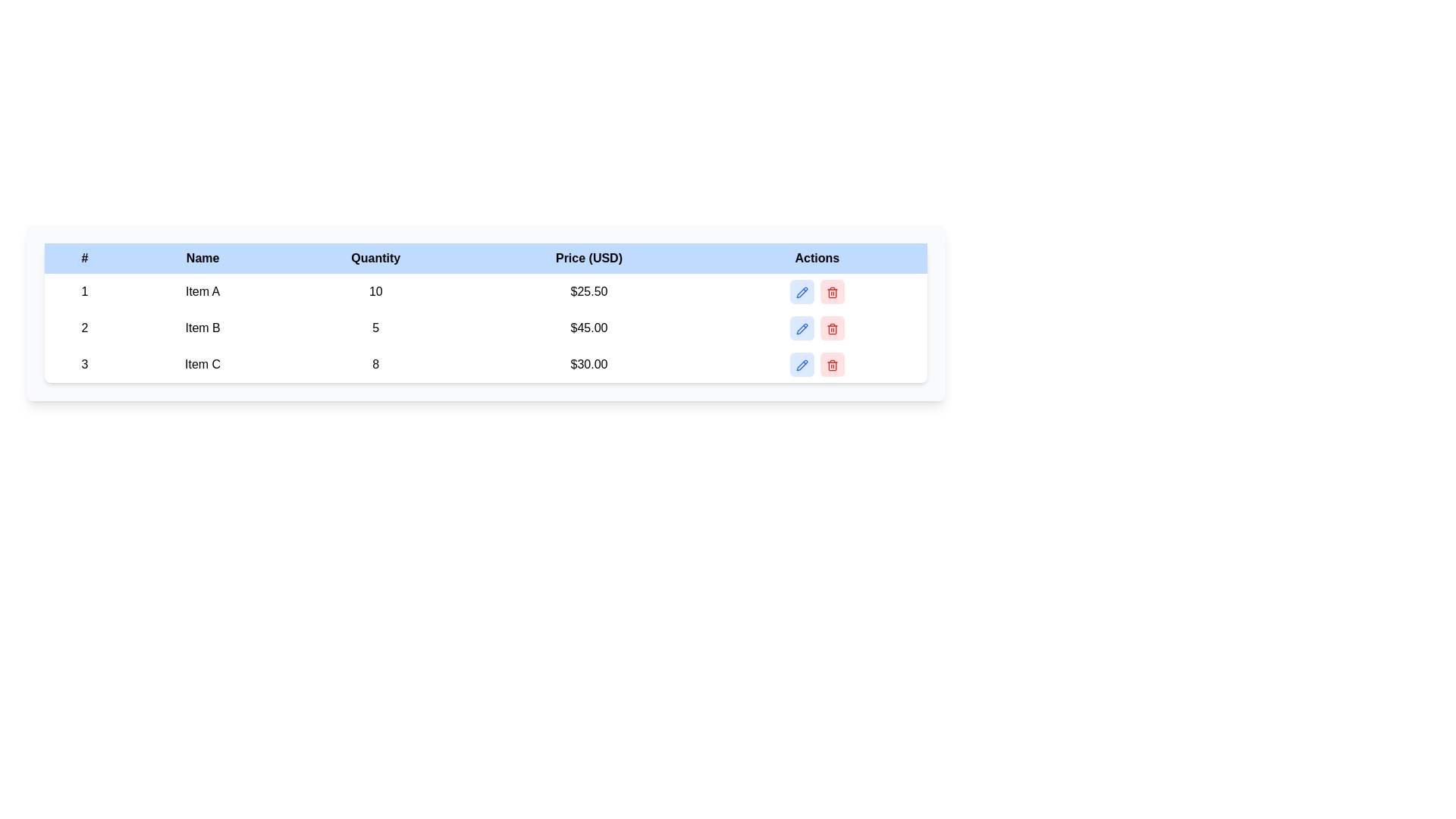 The height and width of the screenshot is (819, 1456). I want to click on the delete icon button located in the last column under the 'Actions' header, so click(831, 292).